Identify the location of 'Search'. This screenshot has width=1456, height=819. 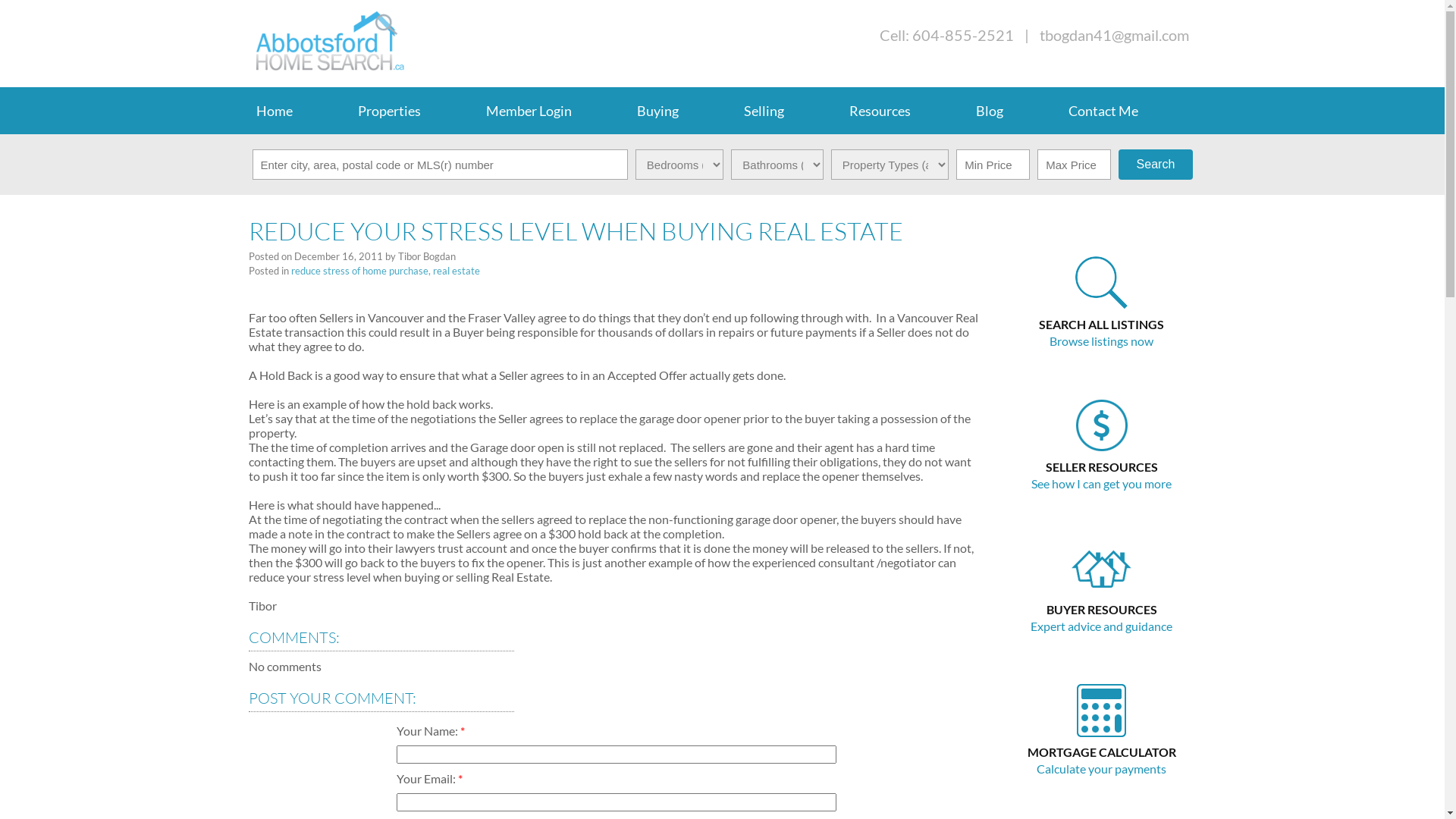
(1154, 164).